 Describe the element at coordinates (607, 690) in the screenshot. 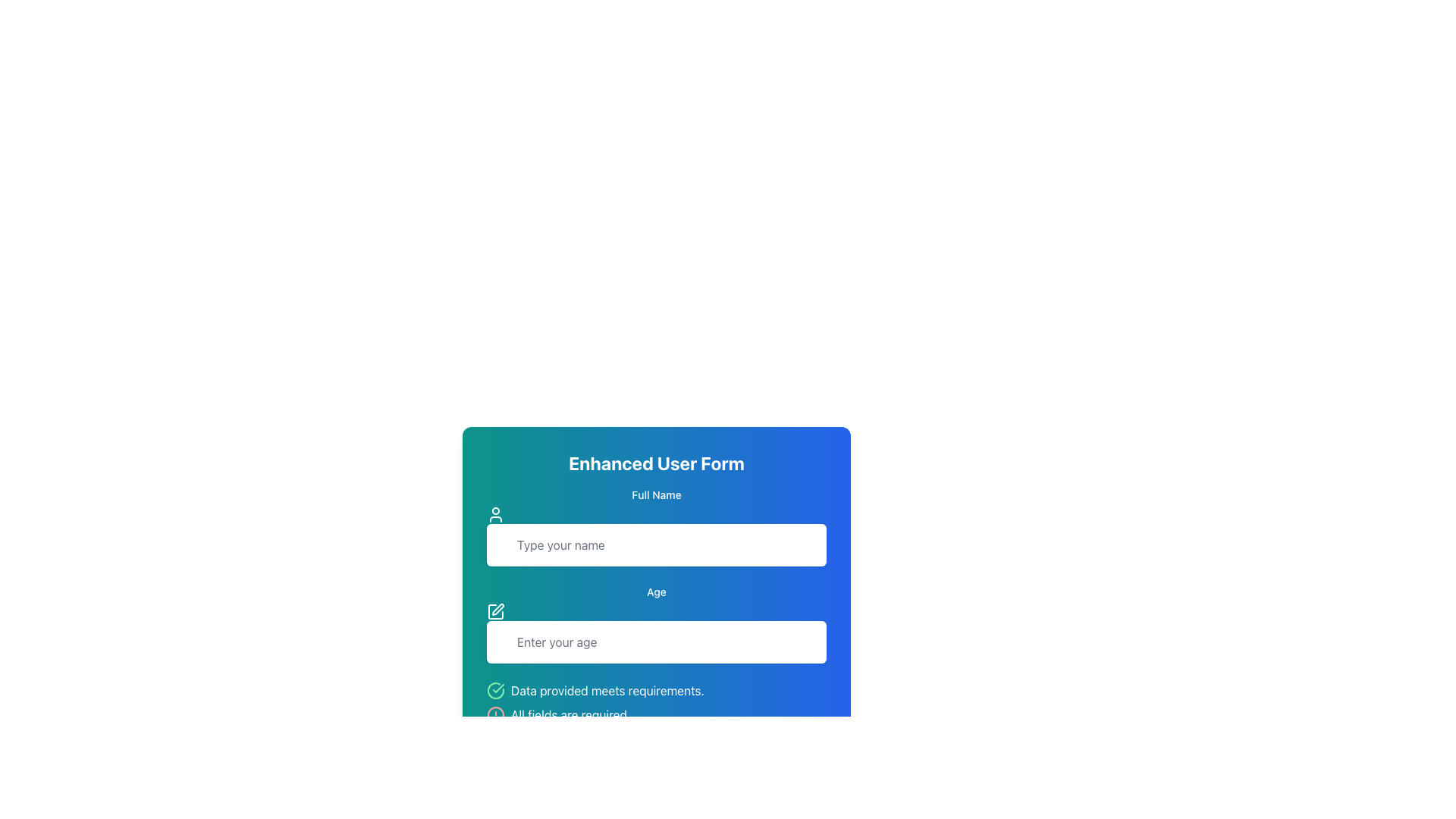

I see `the confirmation message text label located below the 'Full Name' and 'Age' input fields, next to a green checkmark icon` at that location.